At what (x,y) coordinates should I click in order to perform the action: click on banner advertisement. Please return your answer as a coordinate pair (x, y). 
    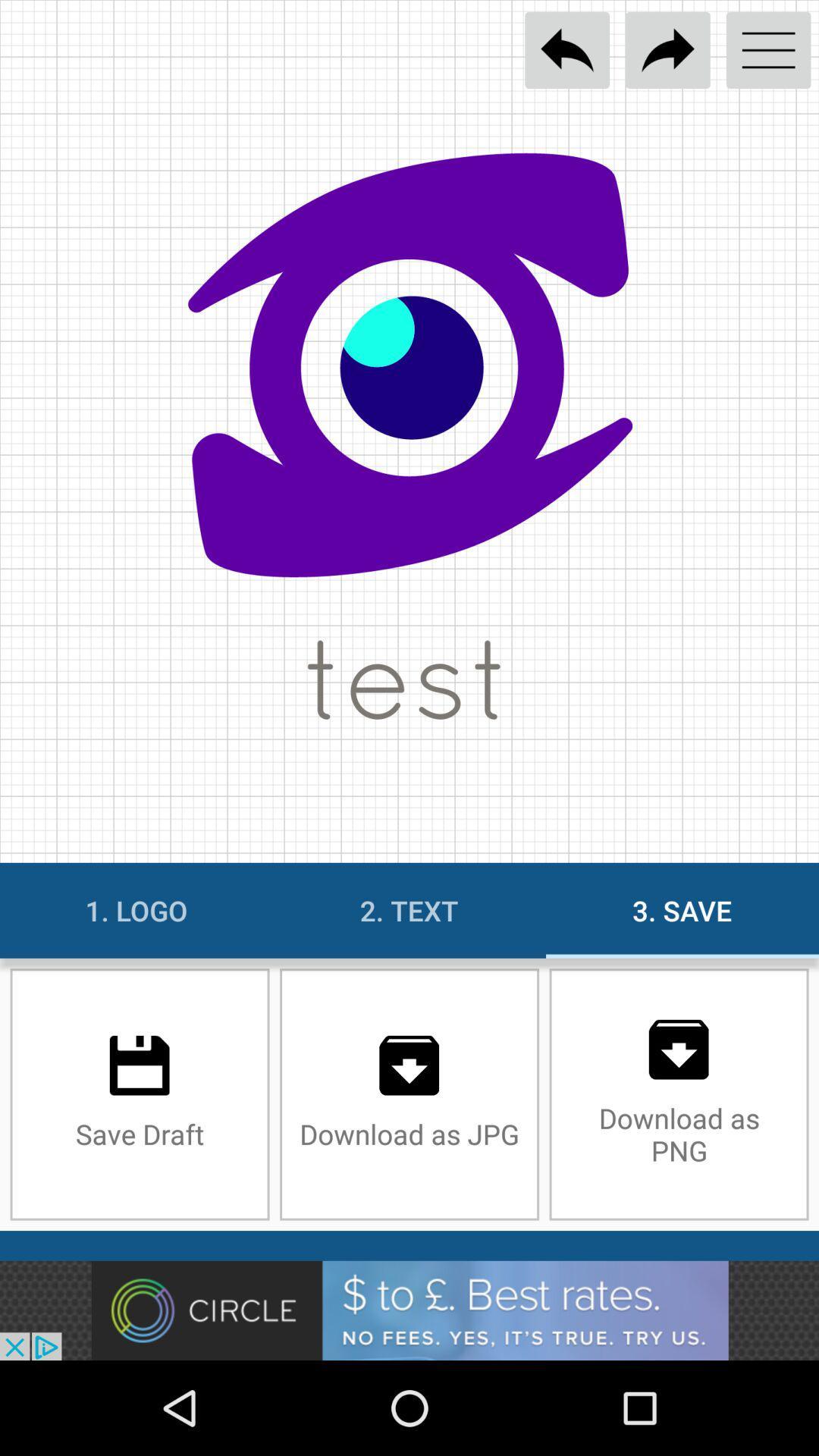
    Looking at the image, I should click on (409, 1310).